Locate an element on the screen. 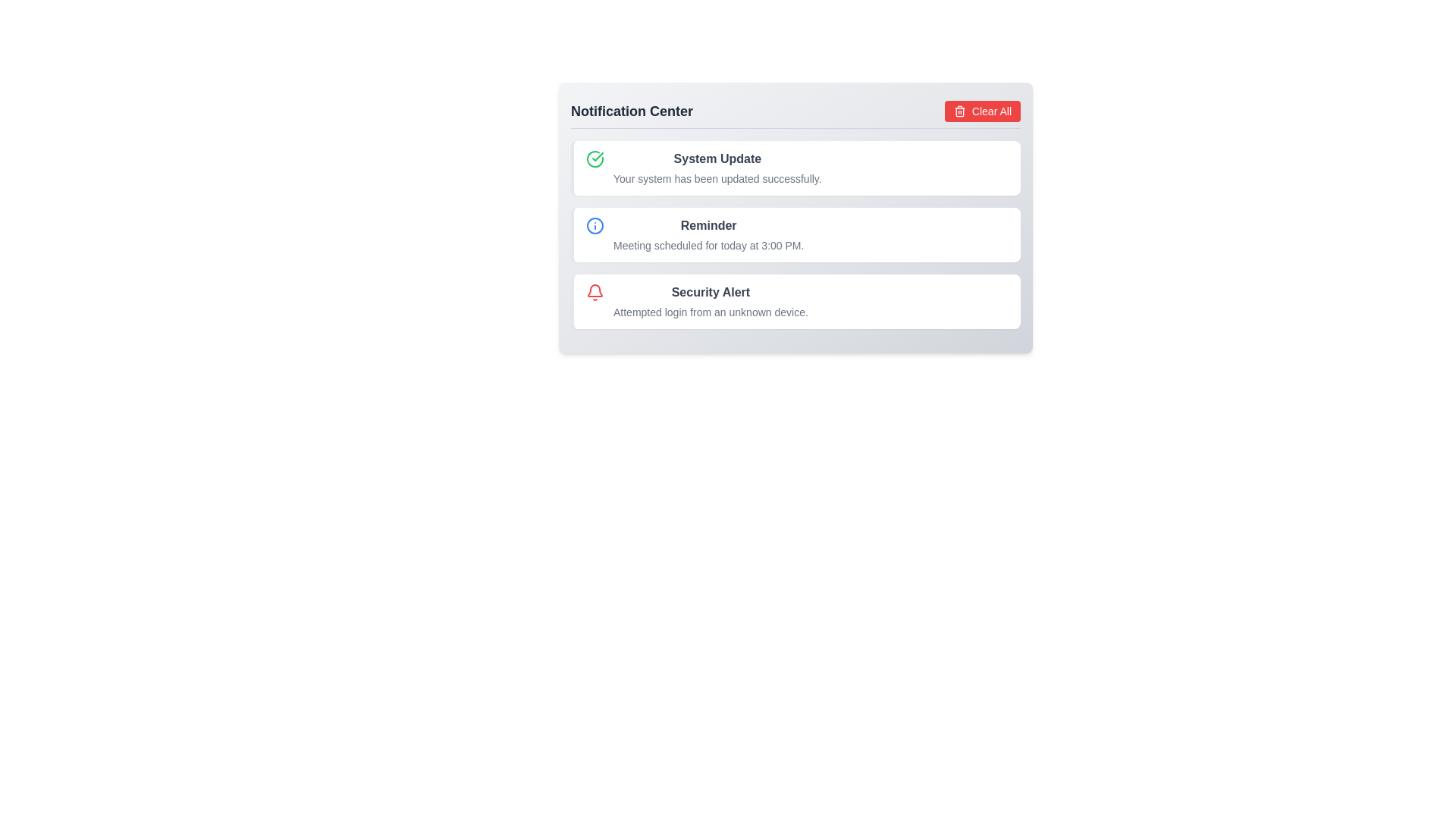  the trash bin icon located to the left of the 'Clear All' text in the button at the top-right corner of the notification panel is located at coordinates (959, 110).